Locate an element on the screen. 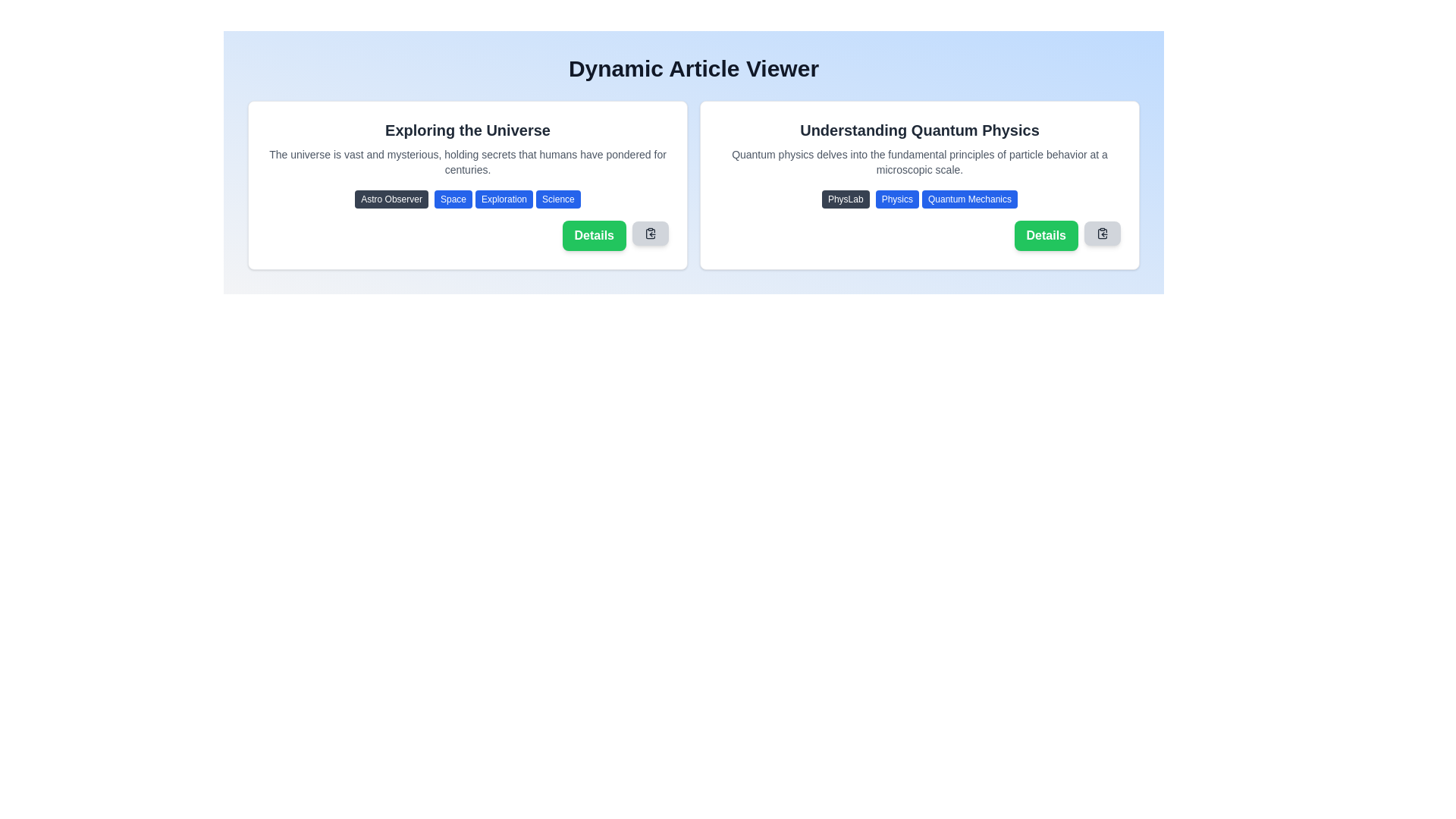 The height and width of the screenshot is (819, 1456). the 'Physics' text label located in the card titled 'Understanding Quantum Physics' on the right side of the view, positioned between the 'PhysLab' and 'Quantum Mechanics' tags is located at coordinates (897, 198).